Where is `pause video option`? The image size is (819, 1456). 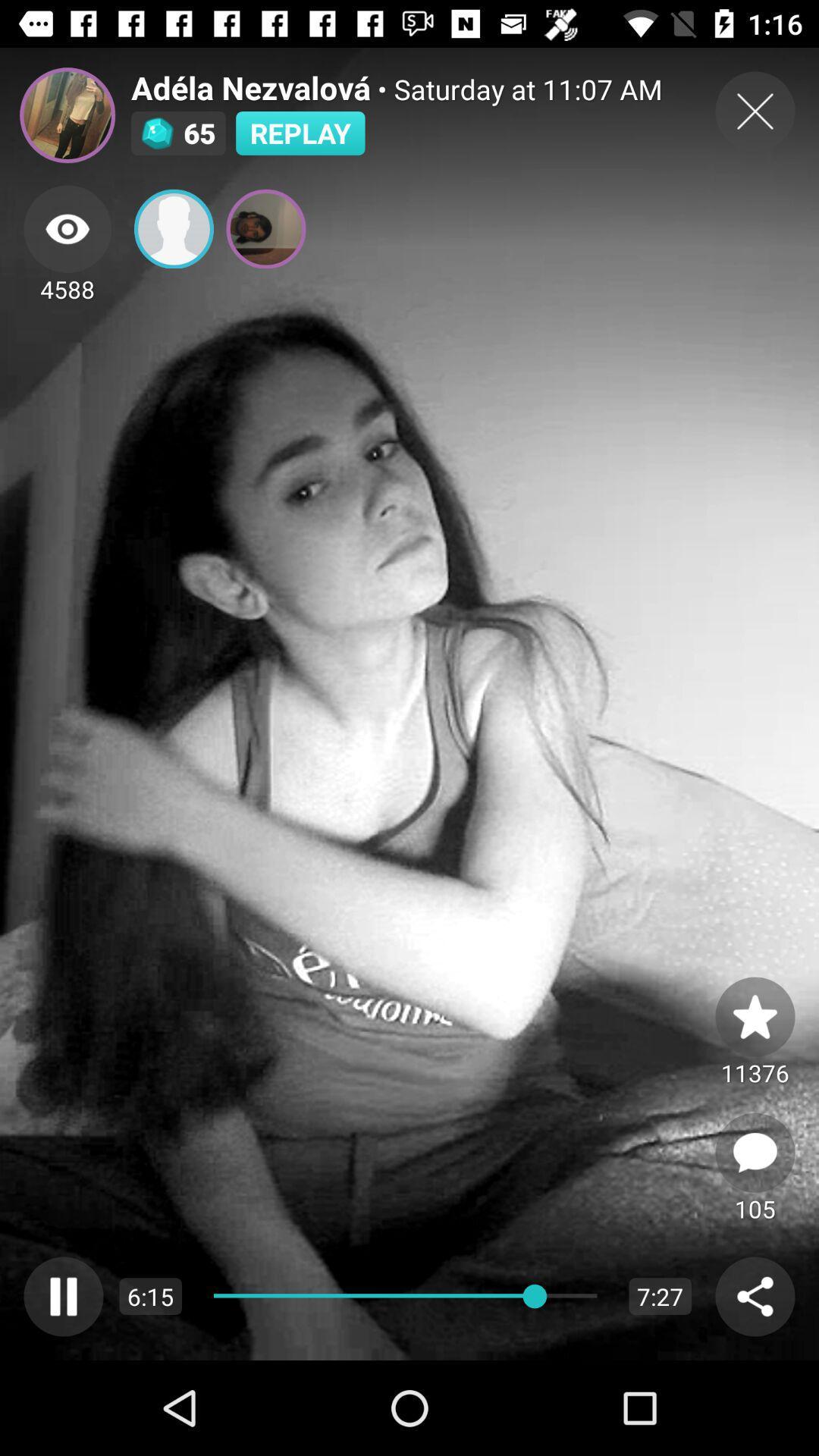 pause video option is located at coordinates (63, 1295).